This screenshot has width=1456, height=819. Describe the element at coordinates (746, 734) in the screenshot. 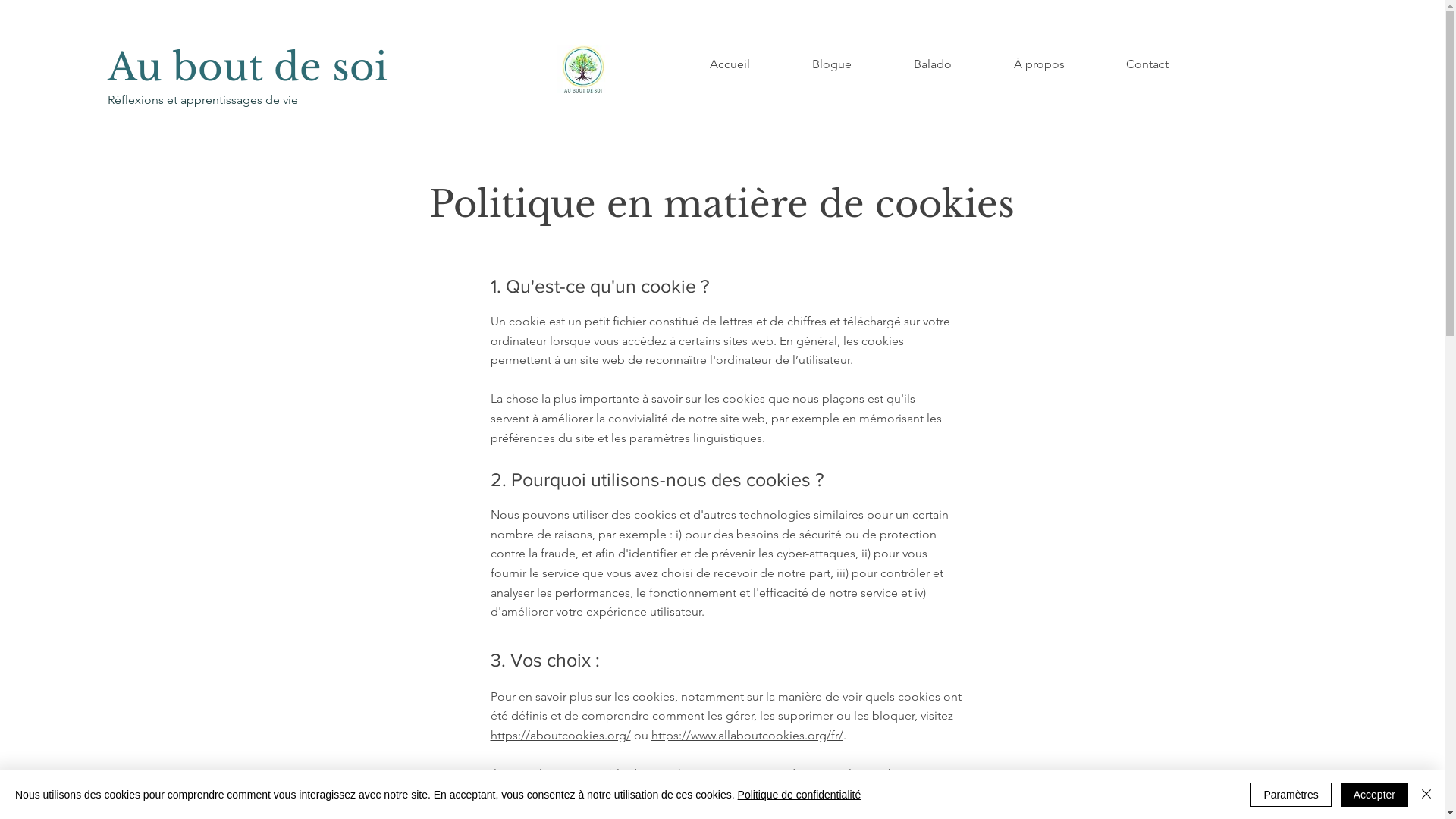

I see `'https://www.allaboutcookies.org/fr/'` at that location.